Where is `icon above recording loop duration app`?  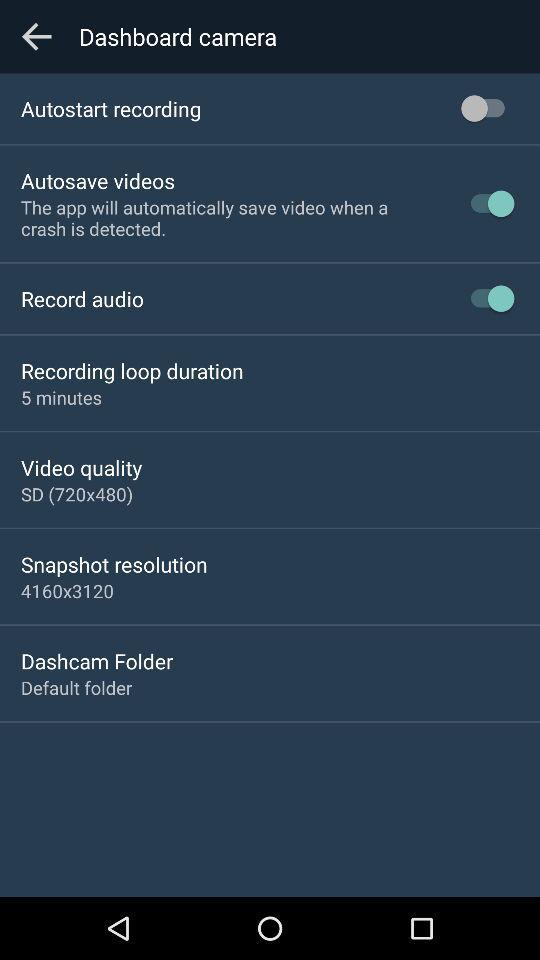
icon above recording loop duration app is located at coordinates (81, 297).